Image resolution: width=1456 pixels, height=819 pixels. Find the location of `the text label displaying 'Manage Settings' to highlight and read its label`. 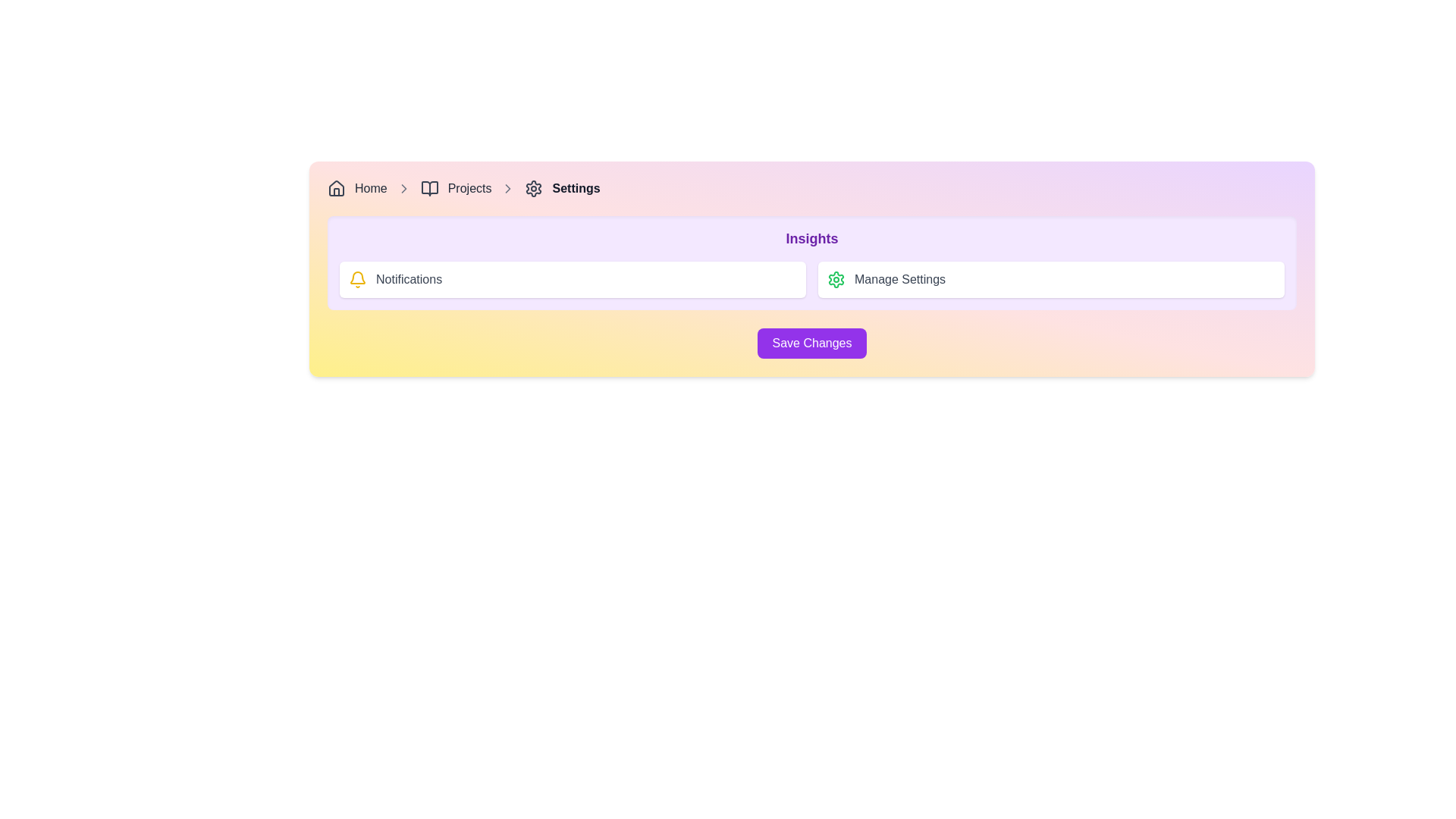

the text label displaying 'Manage Settings' to highlight and read its label is located at coordinates (899, 280).